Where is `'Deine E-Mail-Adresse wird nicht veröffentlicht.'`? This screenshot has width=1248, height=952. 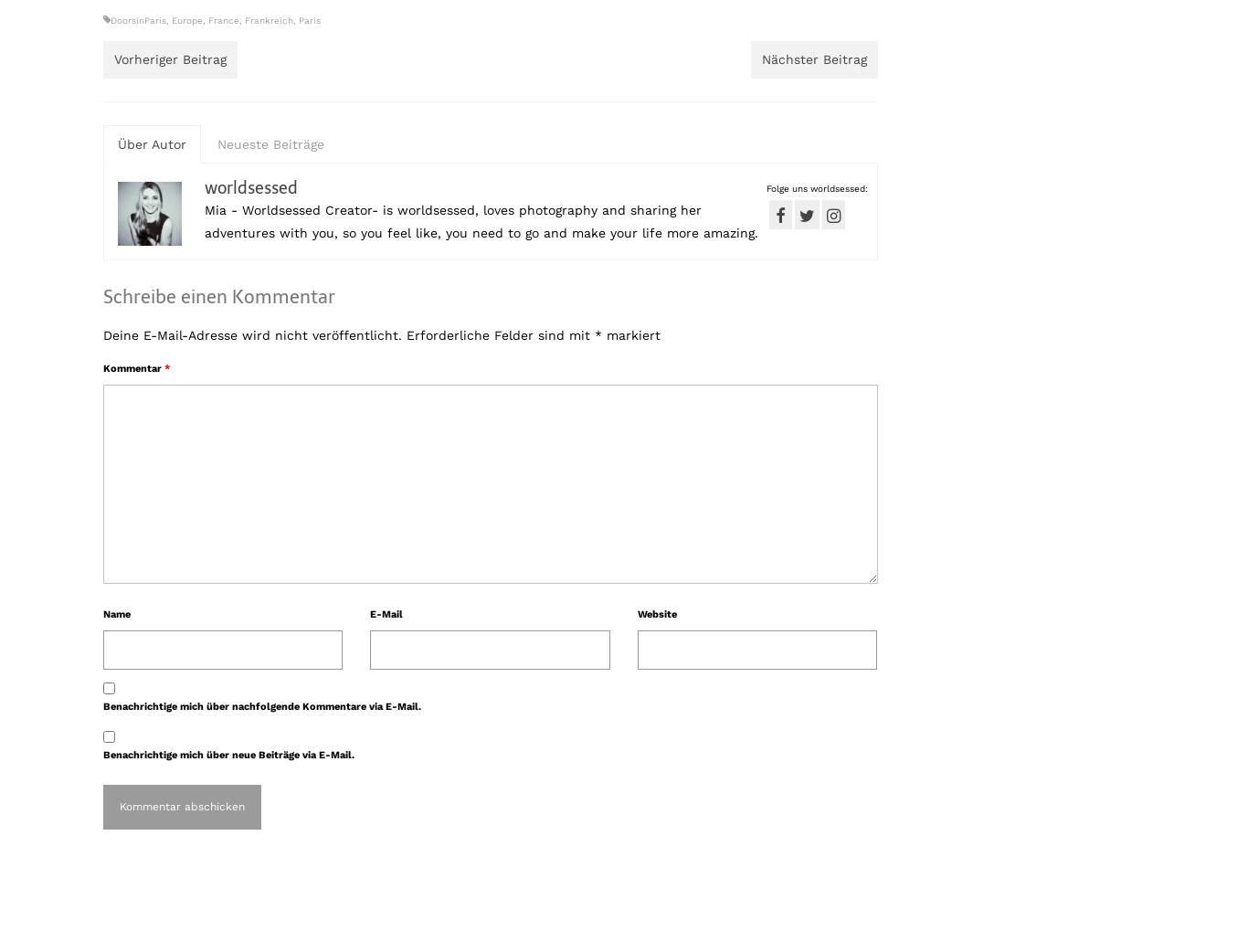 'Deine E-Mail-Adresse wird nicht veröffentlicht.' is located at coordinates (252, 333).